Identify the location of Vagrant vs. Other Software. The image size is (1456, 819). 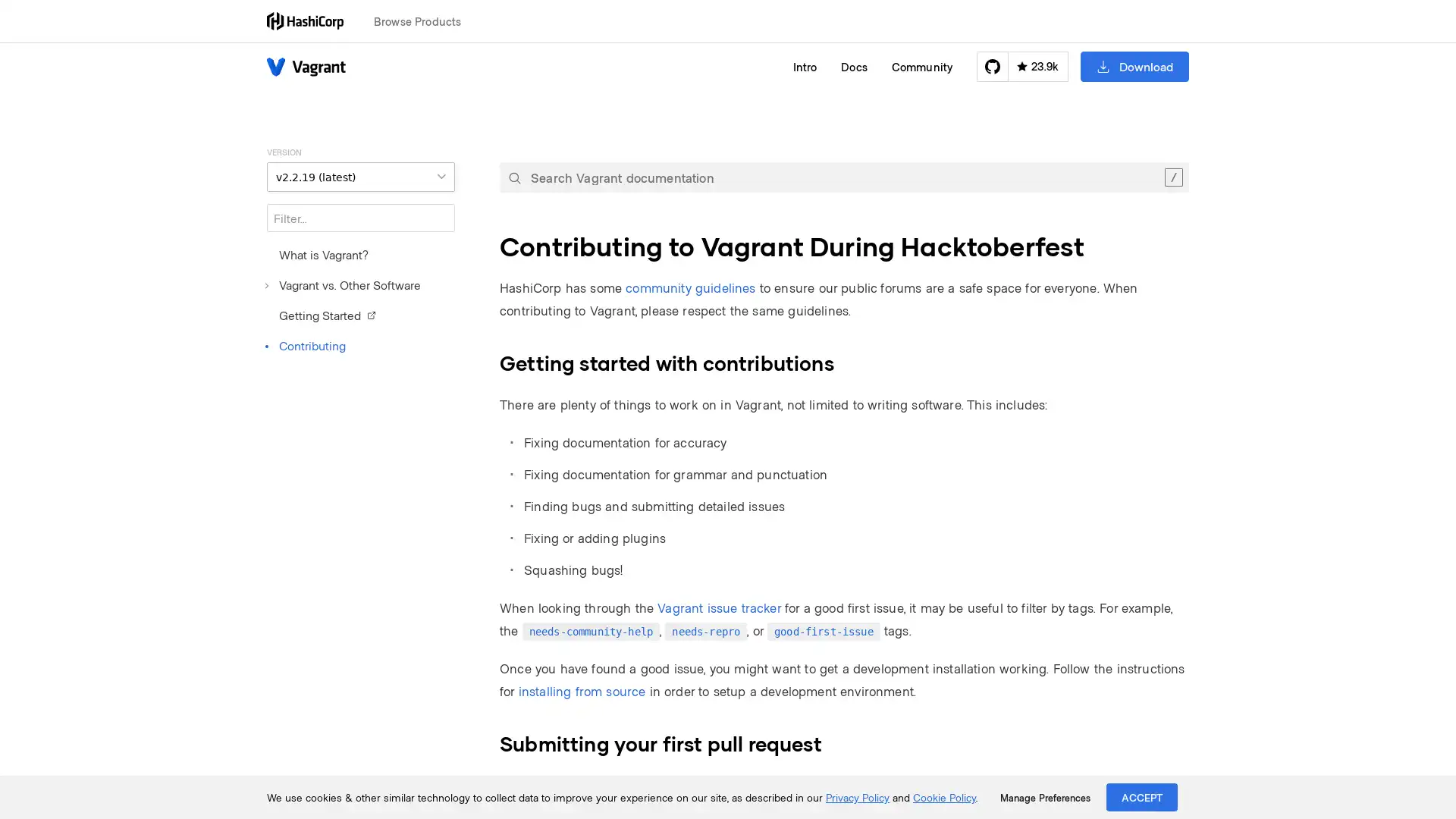
(343, 284).